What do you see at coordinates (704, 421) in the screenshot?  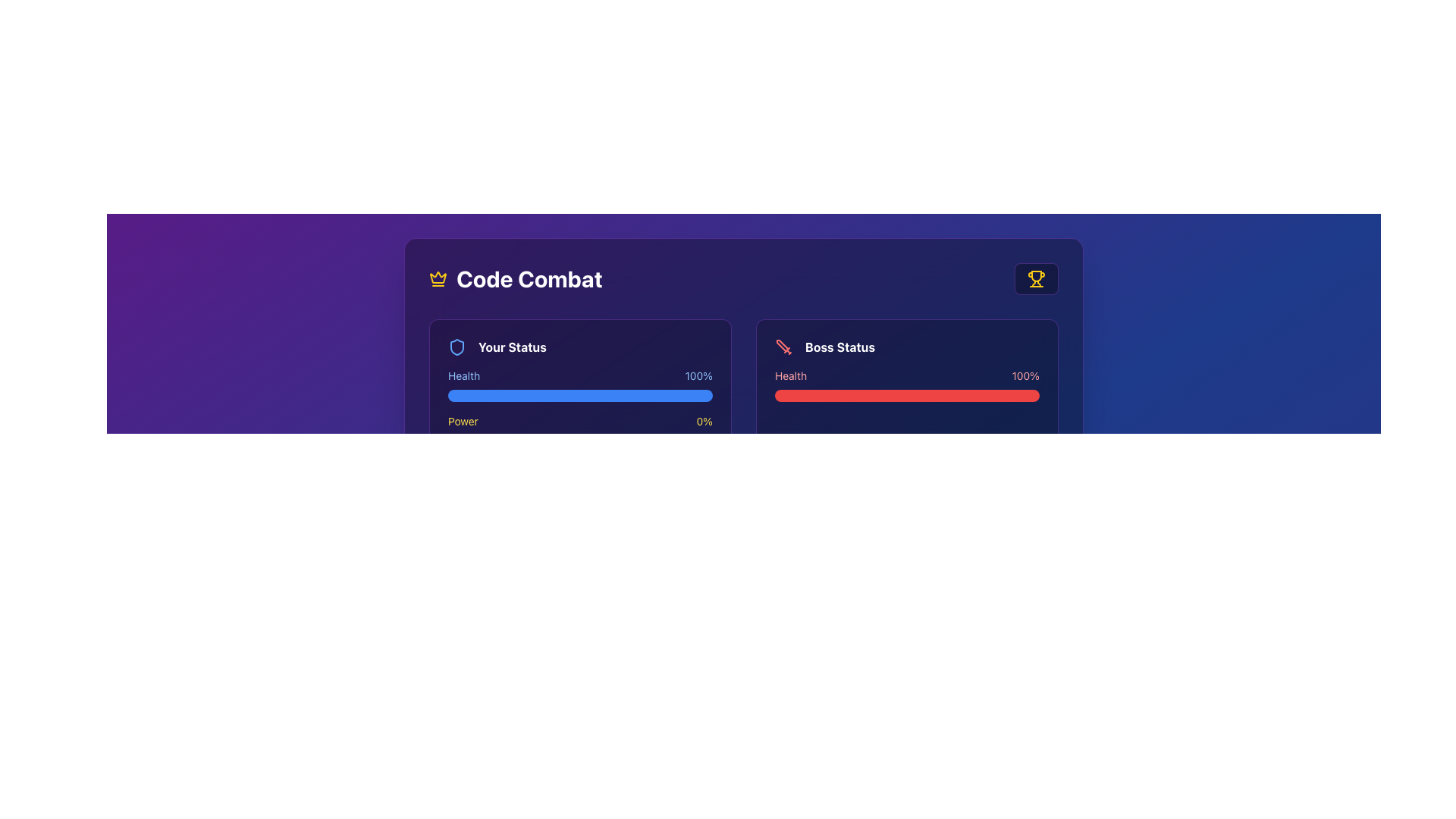 I see `the static text label displaying '0%' in yellow, located in the 'Your Status' subsection, at the bottom-right corner of the 'Power' section` at bounding box center [704, 421].